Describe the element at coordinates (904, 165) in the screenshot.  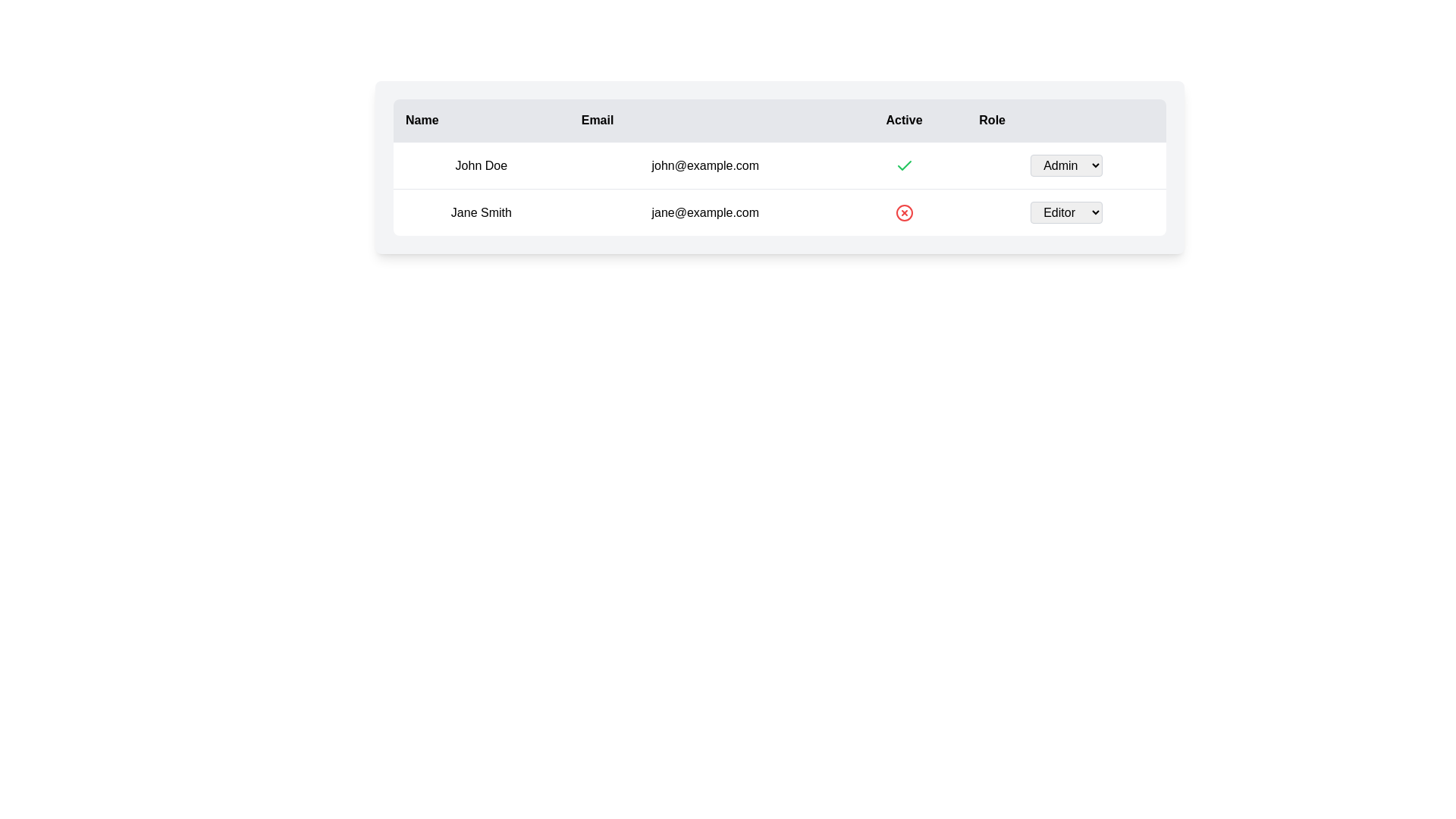
I see `the active status icon located in the third cell of the first row of the table, which is in the 'Active' column between the 'Email' and 'Role' columns` at that location.